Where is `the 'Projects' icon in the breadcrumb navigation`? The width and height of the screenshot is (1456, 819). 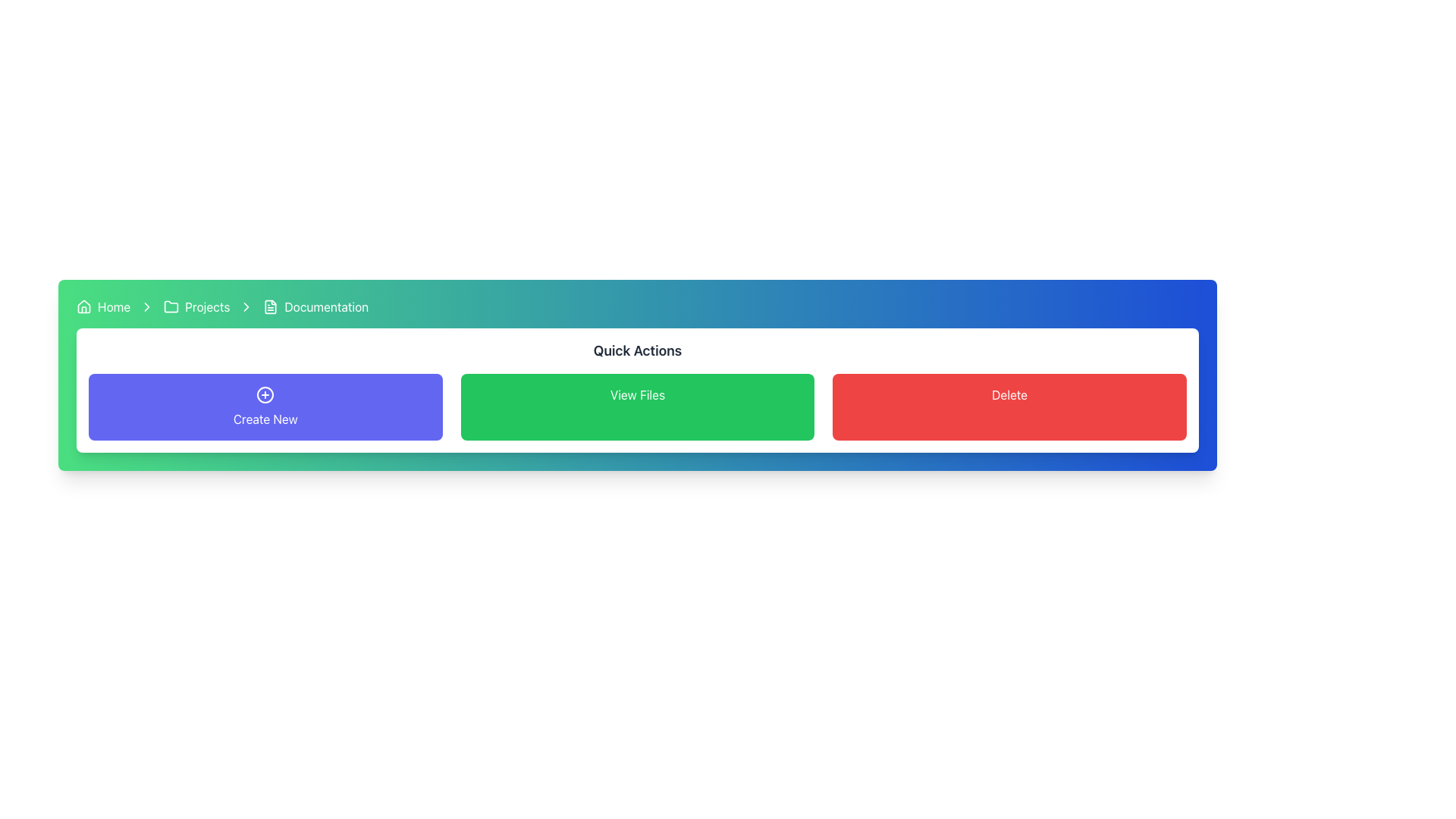
the 'Projects' icon in the breadcrumb navigation is located at coordinates (171, 306).